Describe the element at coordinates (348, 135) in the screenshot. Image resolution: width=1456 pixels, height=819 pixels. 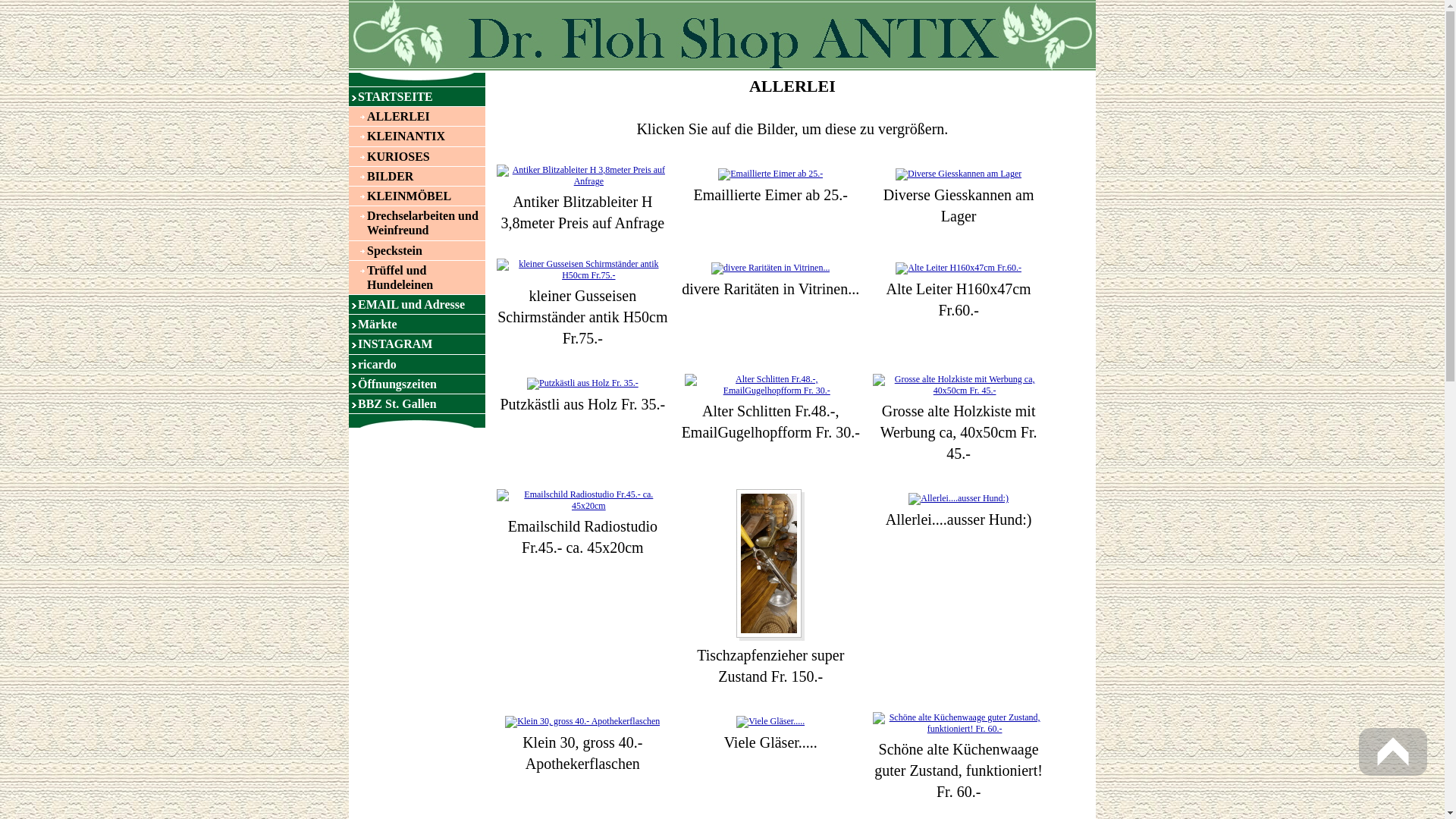
I see `'KLEINANTIX'` at that location.